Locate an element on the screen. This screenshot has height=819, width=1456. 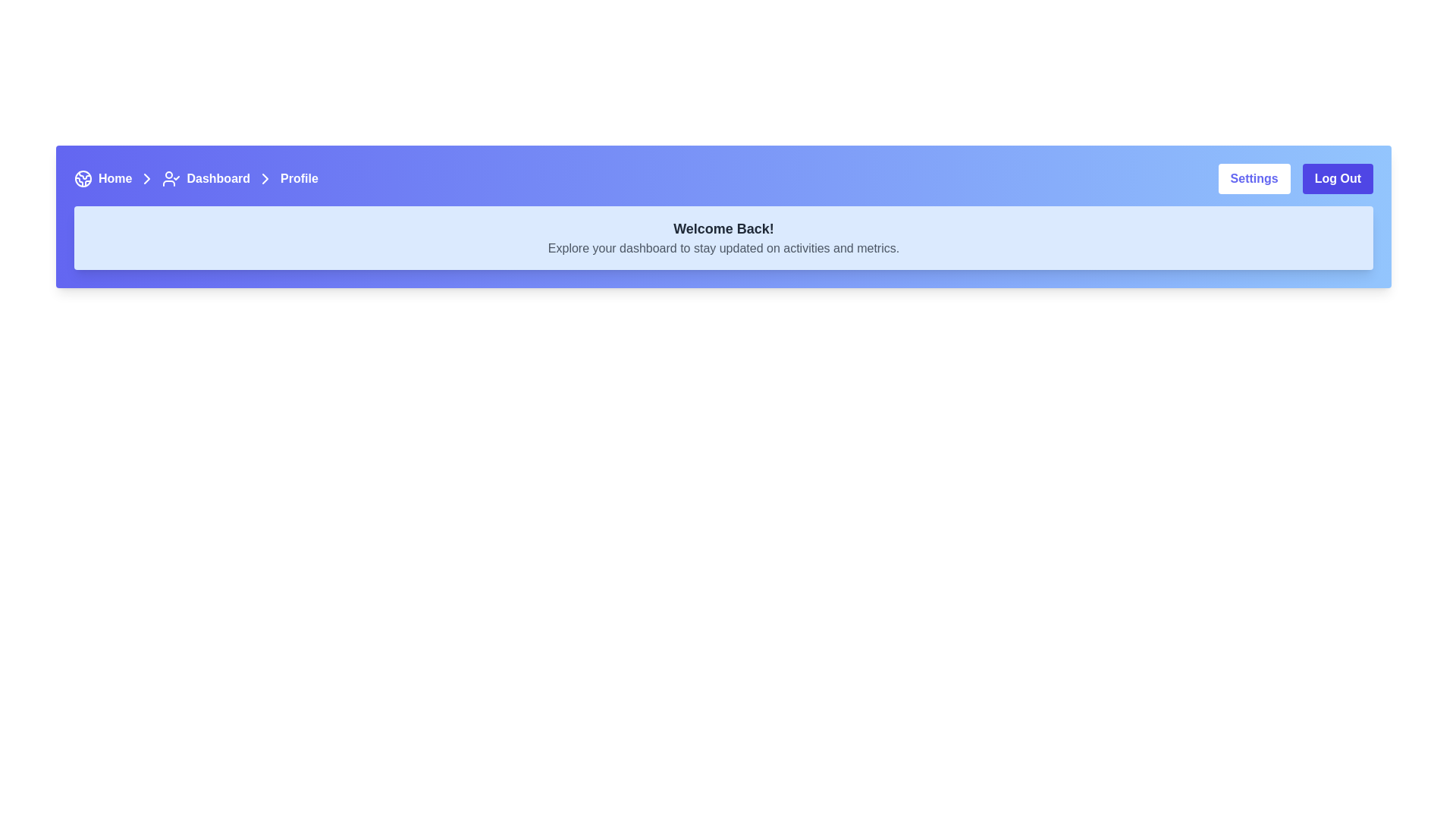
the 'Profile' hyperlink text in the breadcrumb navigation is located at coordinates (299, 177).